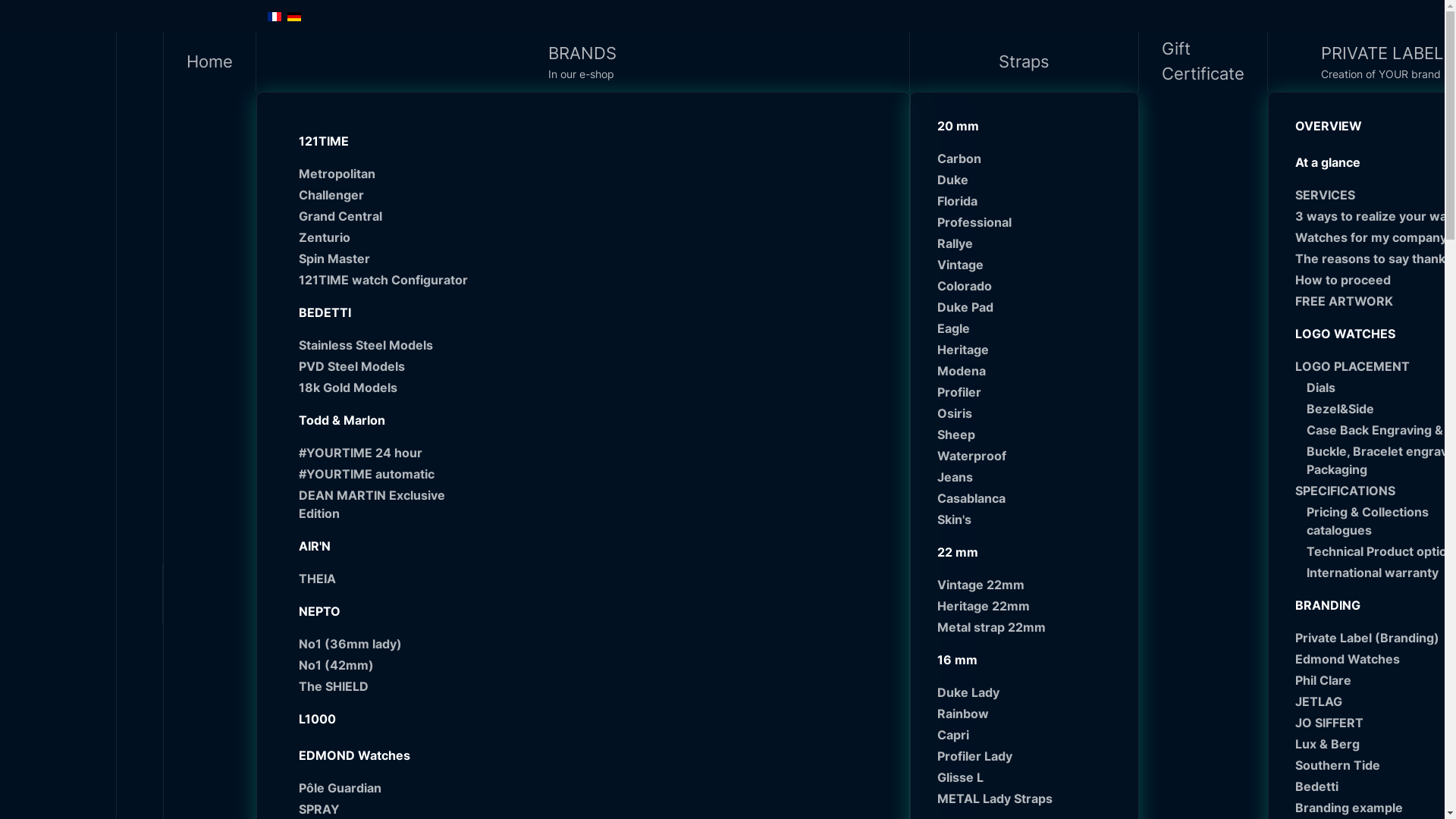  Describe the element at coordinates (378, 312) in the screenshot. I see `'BEDETTI'` at that location.